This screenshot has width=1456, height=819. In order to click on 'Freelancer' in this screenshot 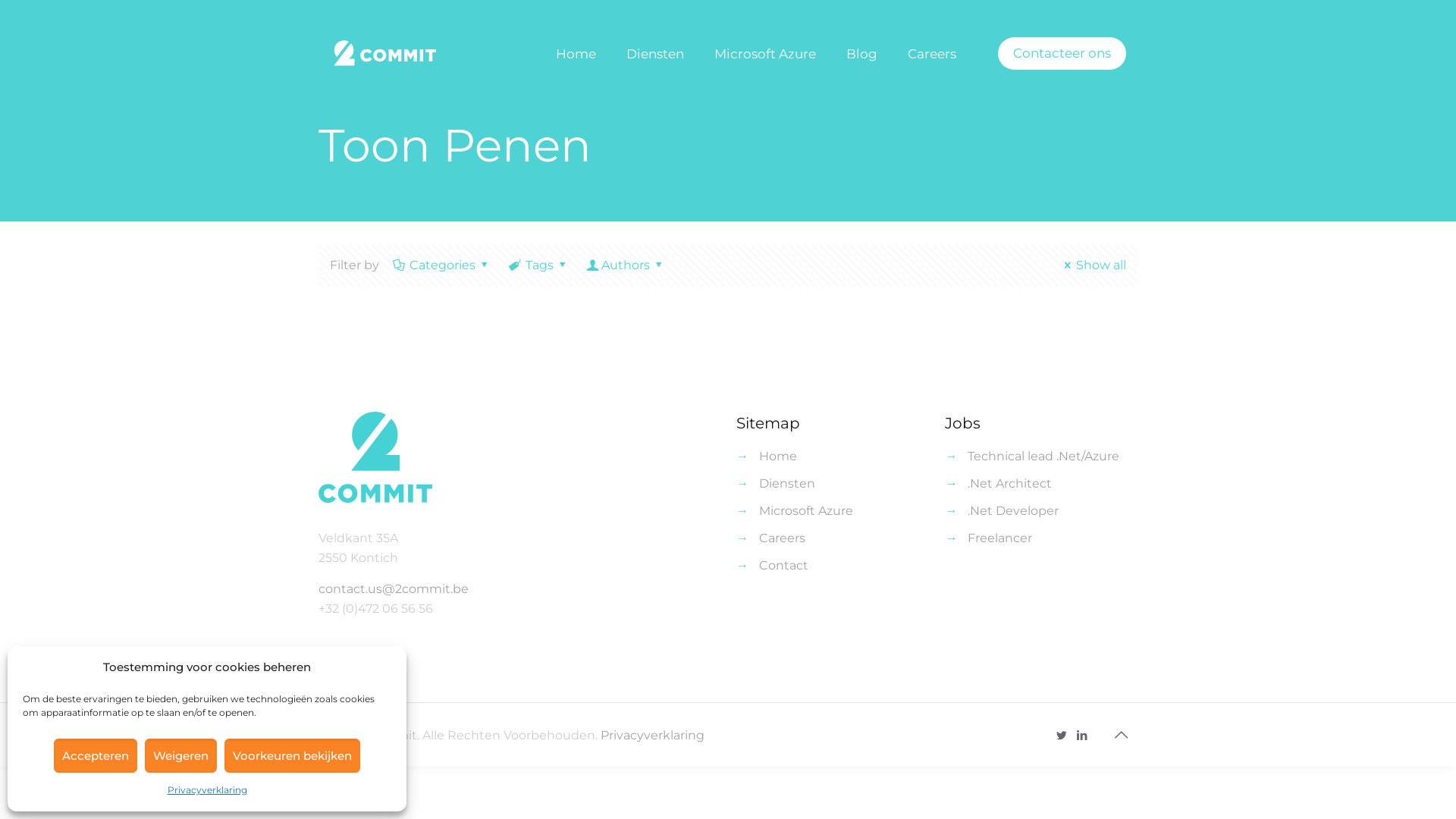, I will do `click(999, 537)`.